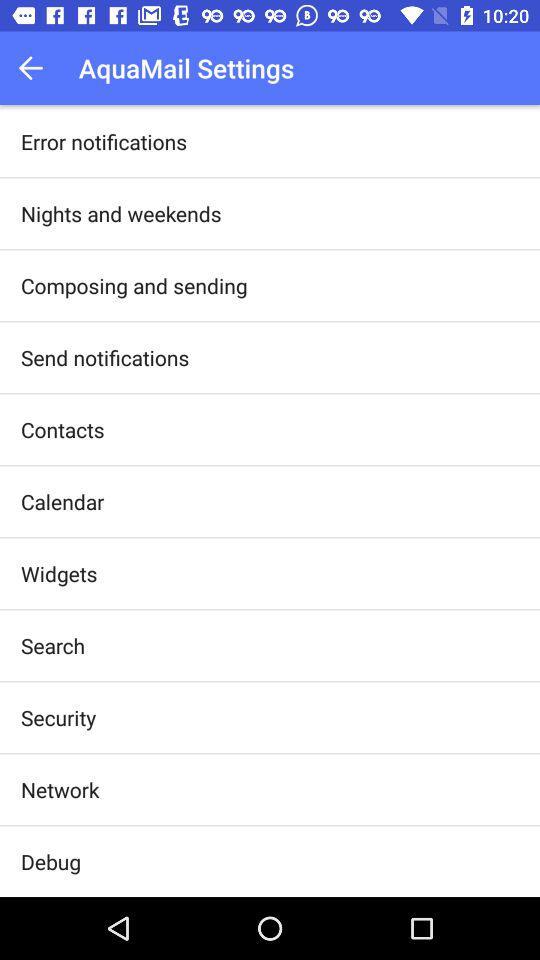  I want to click on icon below the contacts, so click(62, 500).